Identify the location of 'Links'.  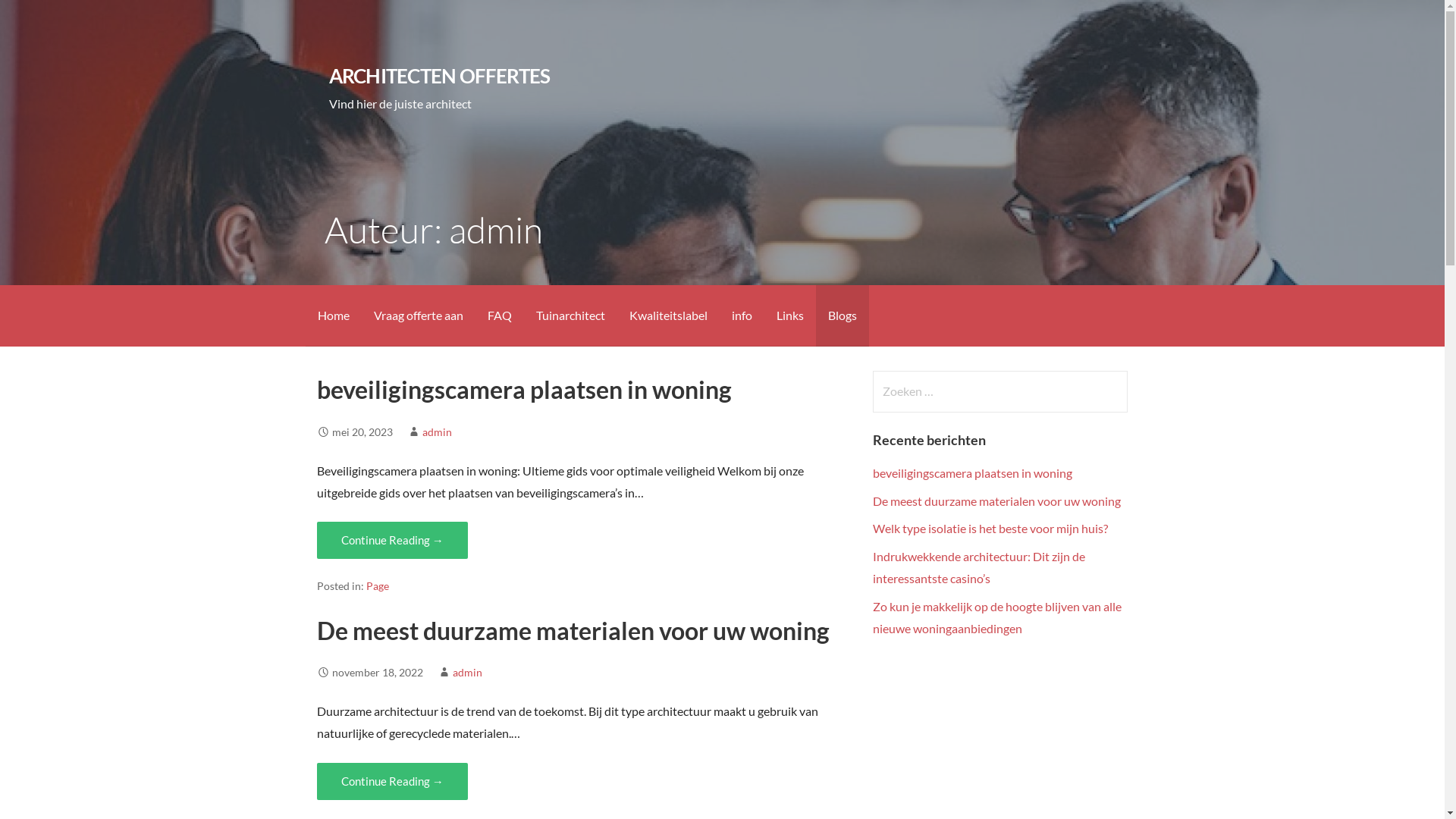
(789, 315).